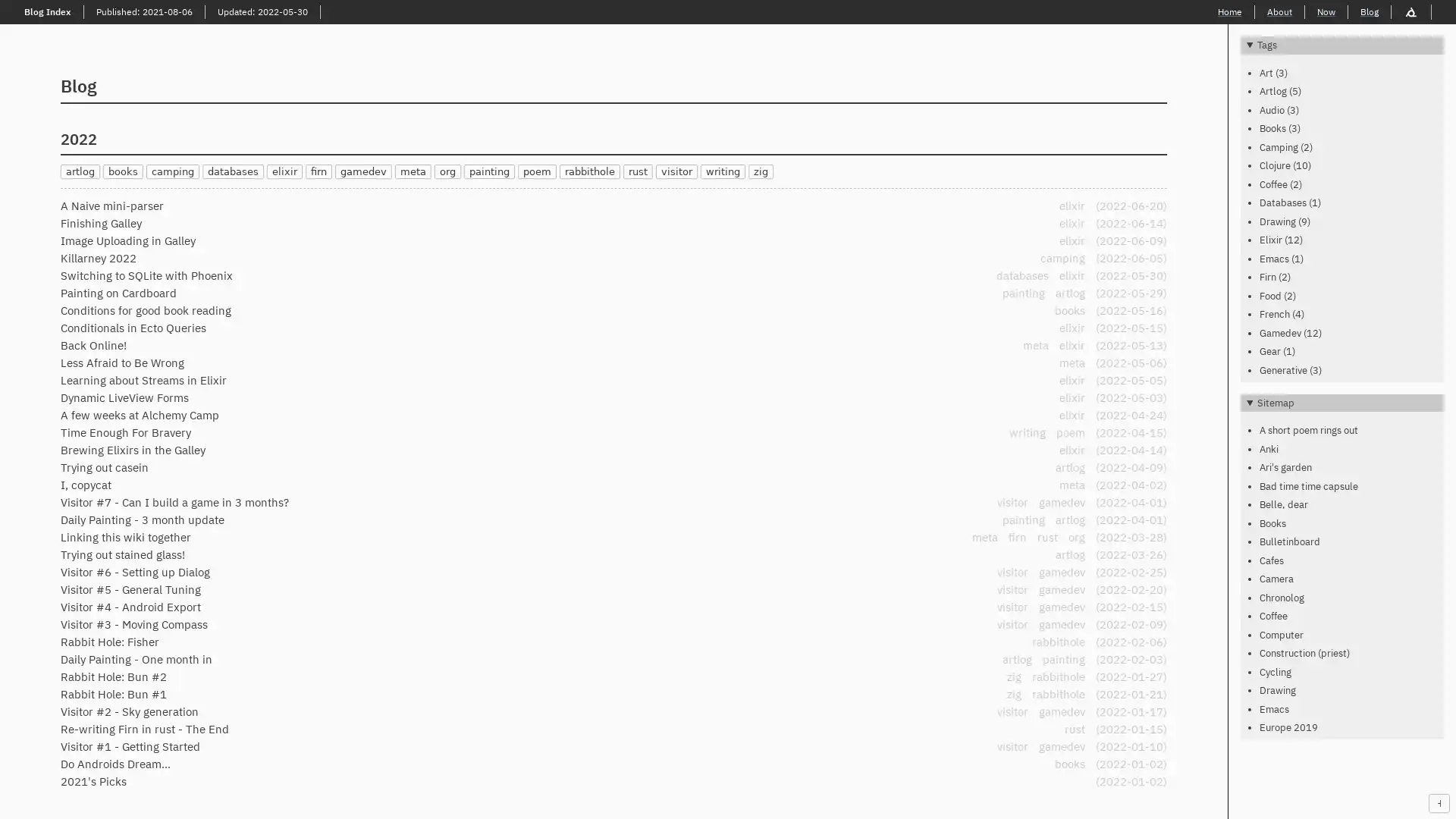 The image size is (1456, 819). What do you see at coordinates (284, 171) in the screenshot?
I see `elixir` at bounding box center [284, 171].